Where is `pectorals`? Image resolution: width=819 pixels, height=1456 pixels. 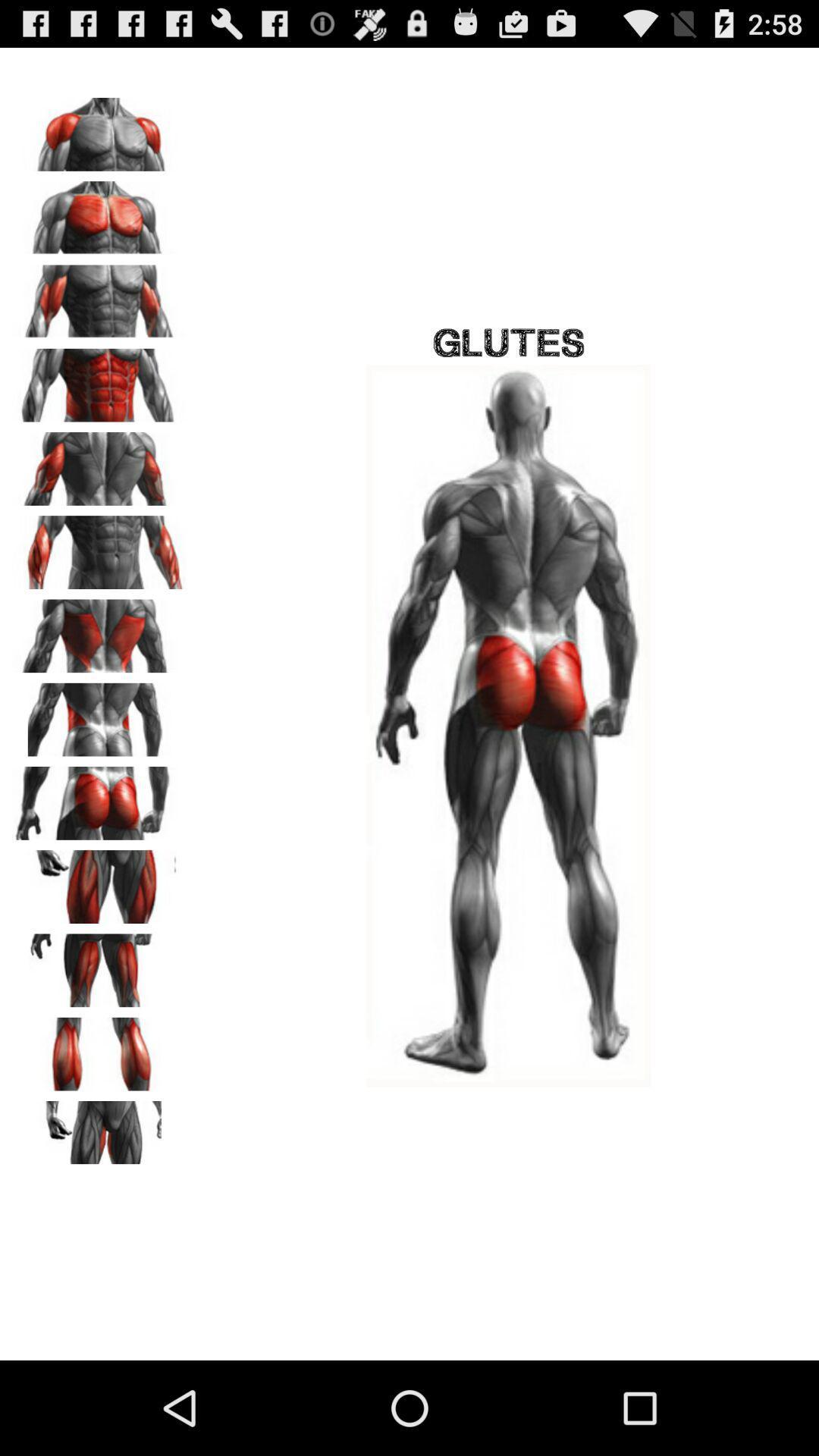 pectorals is located at coordinates (99, 212).